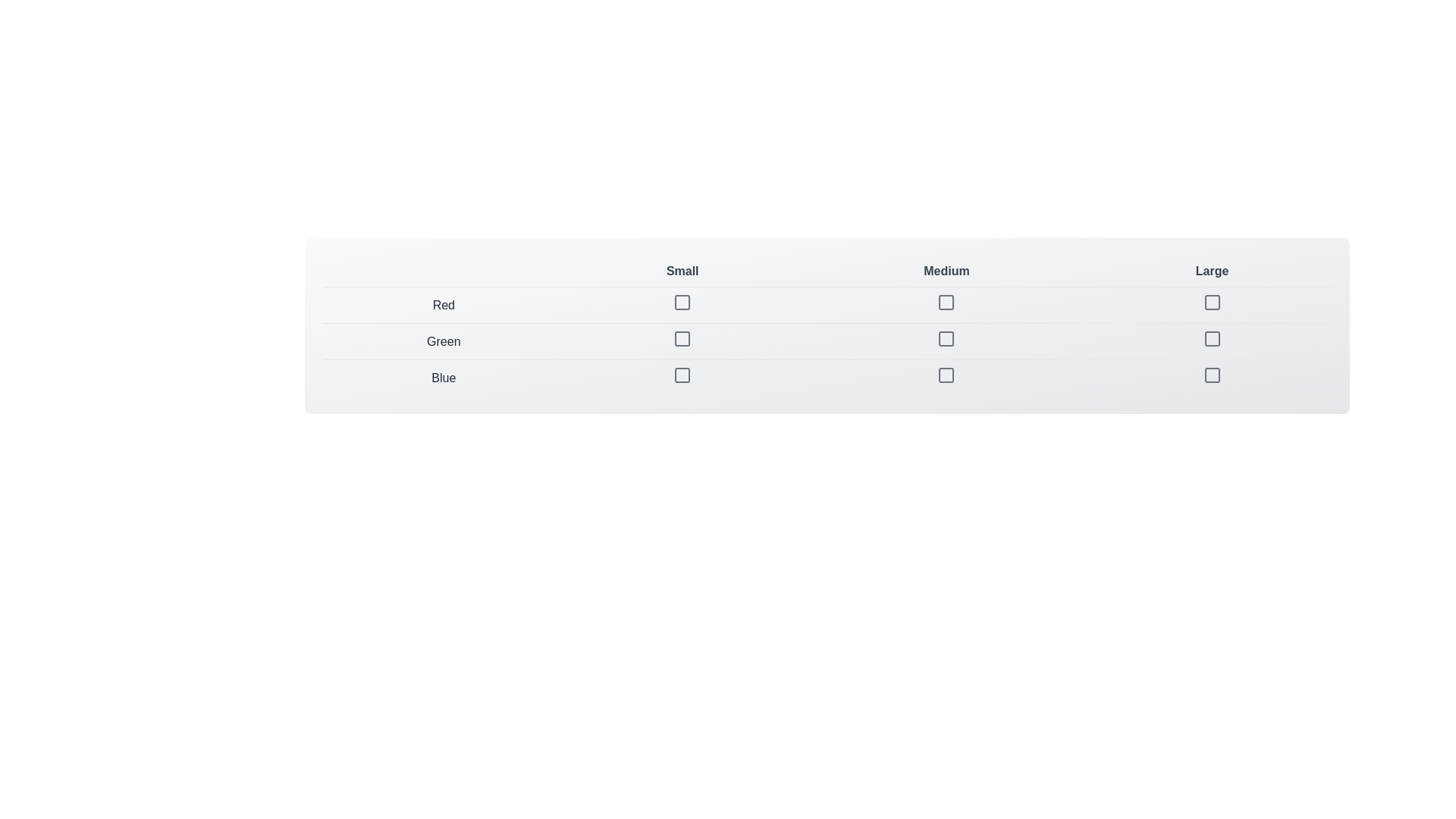 The image size is (1456, 819). What do you see at coordinates (443, 377) in the screenshot?
I see `the text label that says 'Blue', which is located in the third row of a table-like structure, horizontally aligned with 'Red' and 'Green' and vertically aligned with checkbox options labeled 'Small'` at bounding box center [443, 377].